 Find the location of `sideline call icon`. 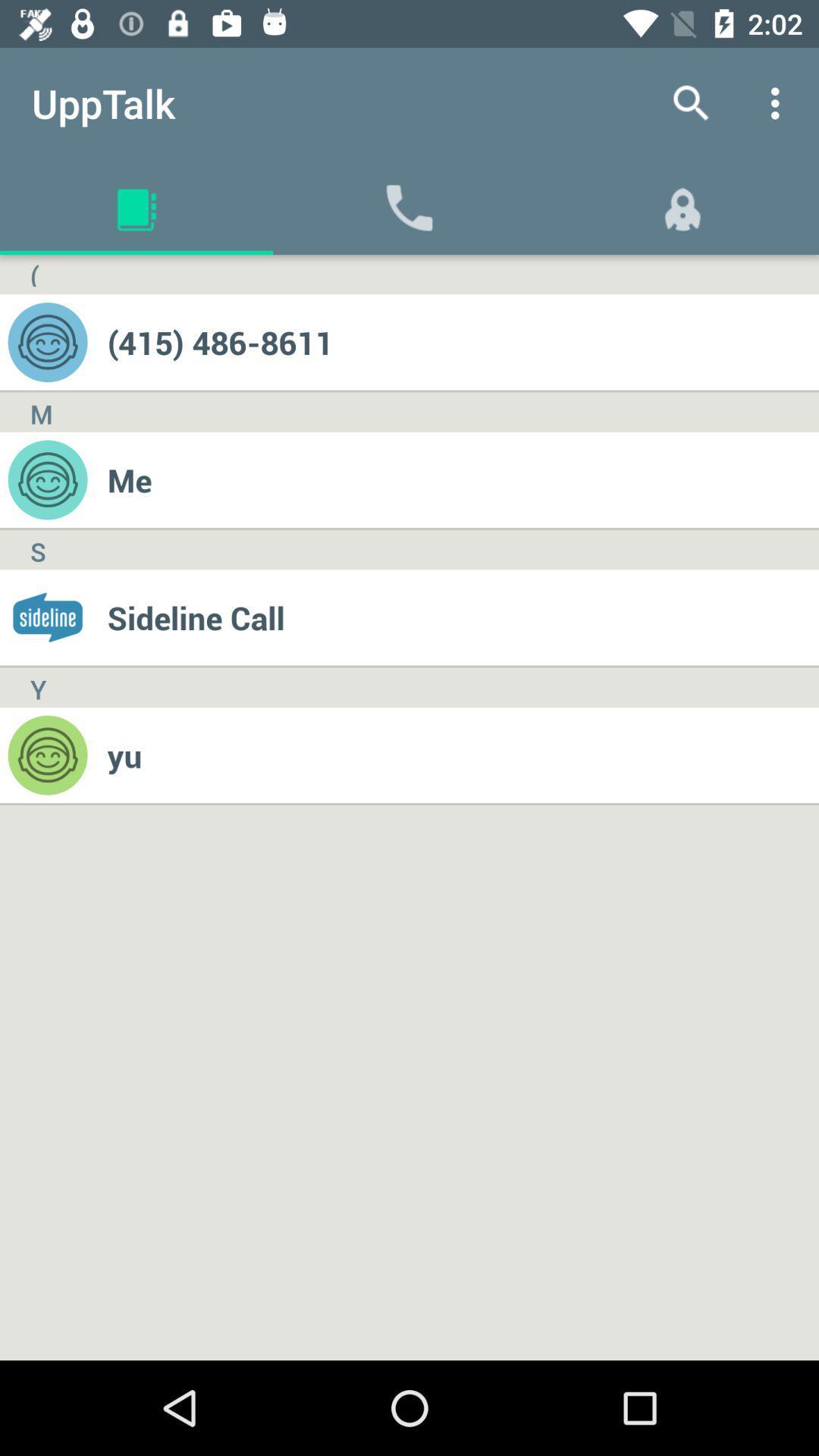

sideline call icon is located at coordinates (462, 617).